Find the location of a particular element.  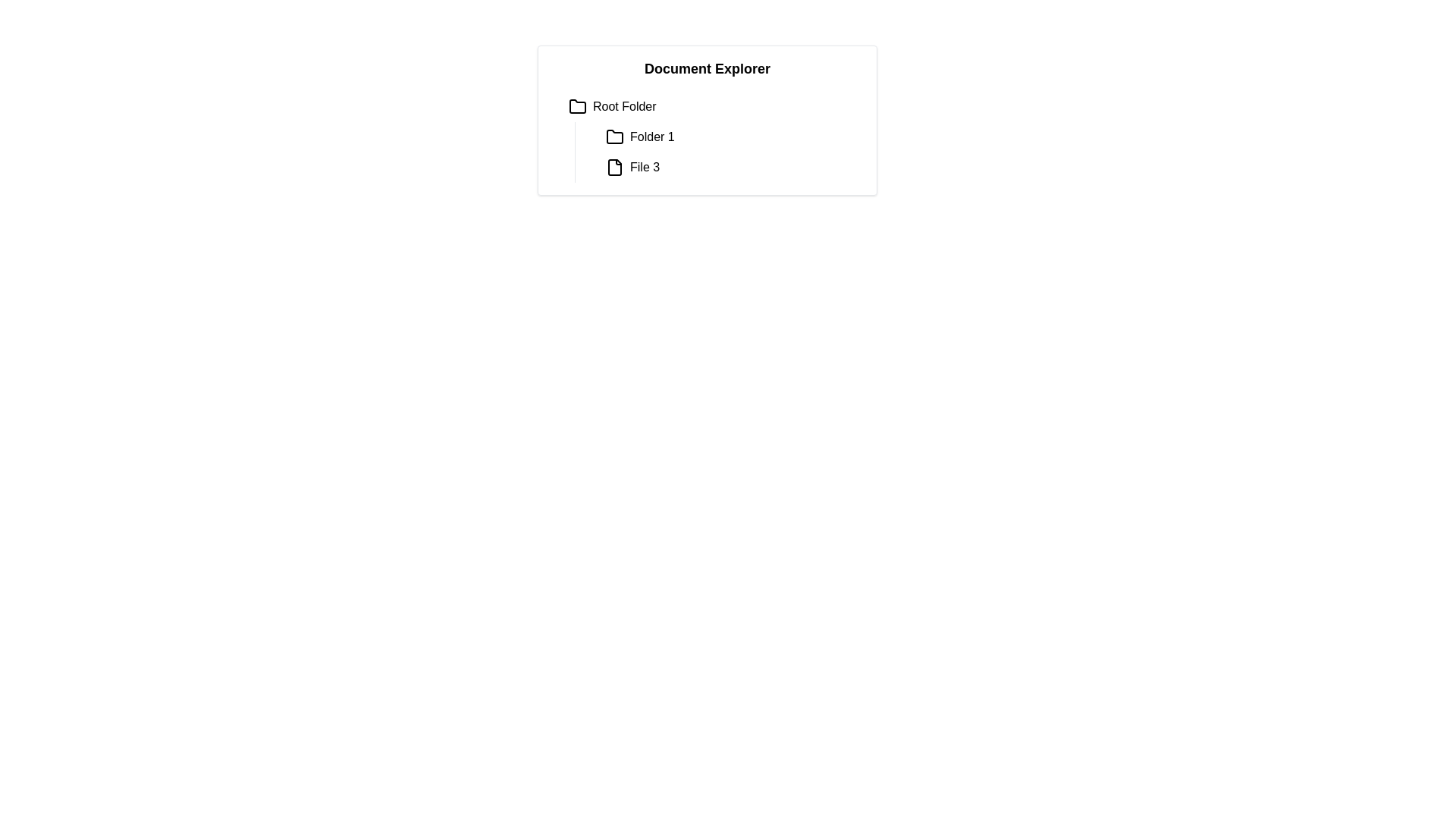

on the list item representing the folder named 'Folder 1' in the document explorer is located at coordinates (732, 137).